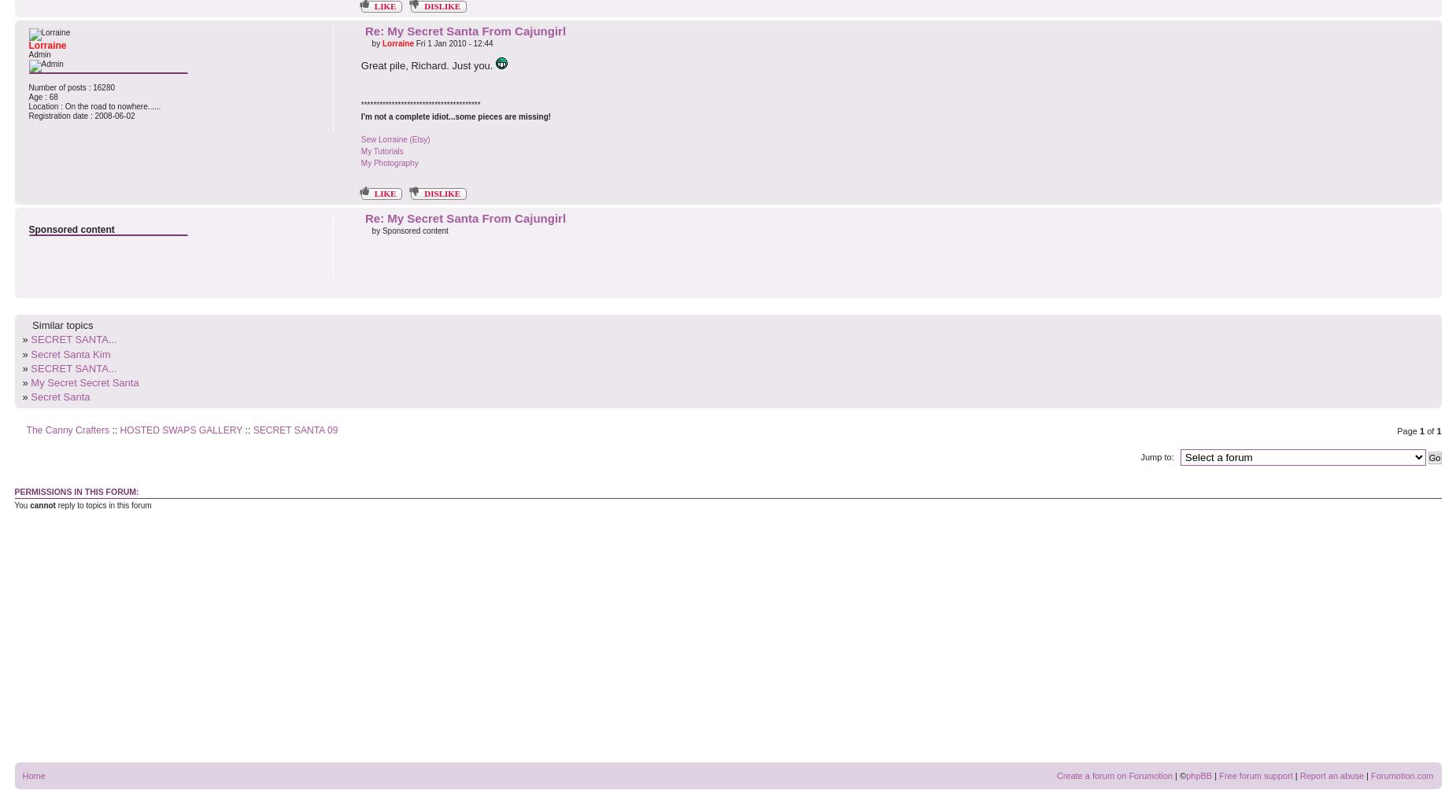 The height and width of the screenshot is (812, 1456). What do you see at coordinates (419, 103) in the screenshot?
I see `'***************************************'` at bounding box center [419, 103].